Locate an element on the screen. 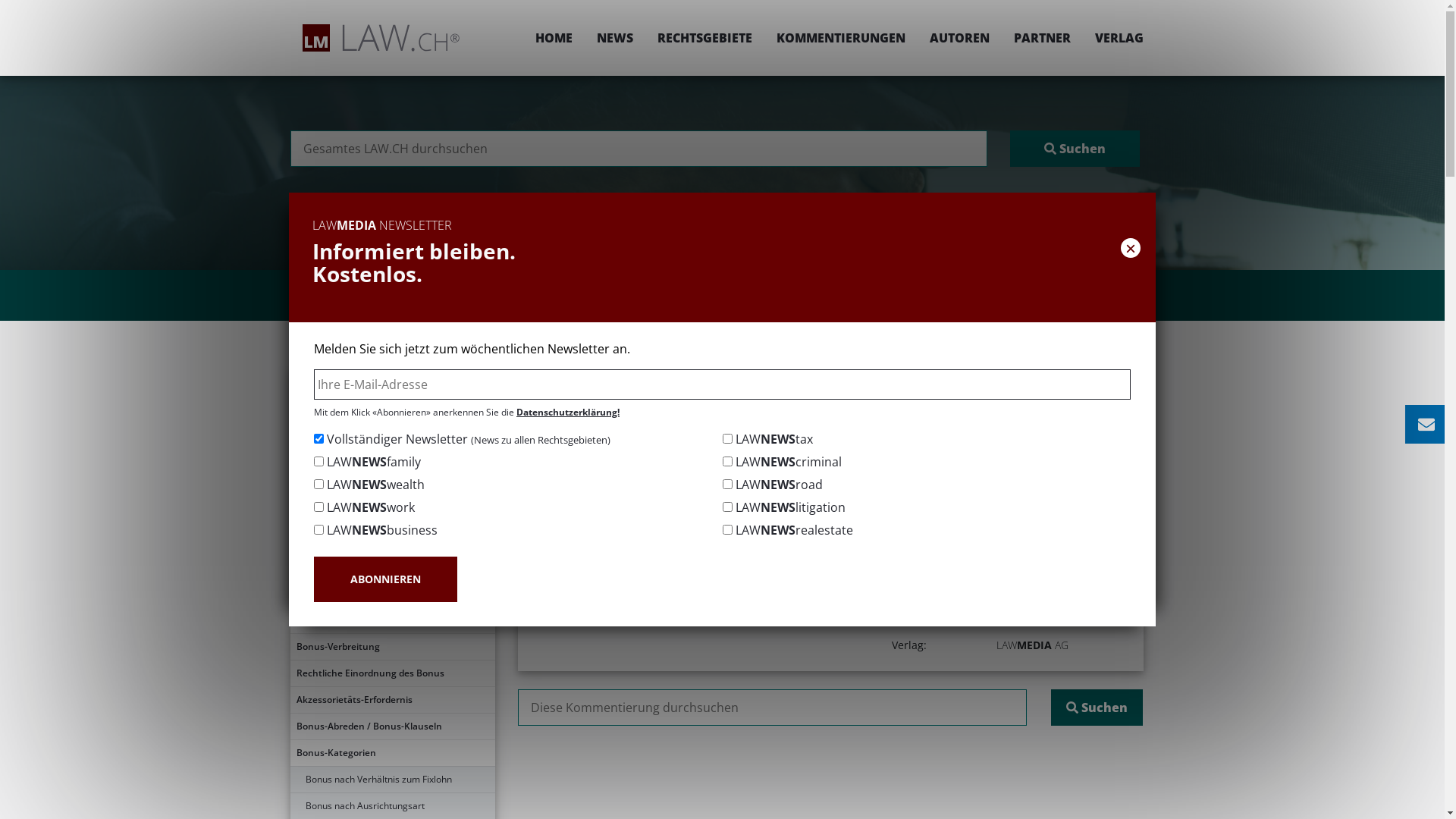 The image size is (1456, 819). 'KOMMENTIERUNGEN' is located at coordinates (839, 37).